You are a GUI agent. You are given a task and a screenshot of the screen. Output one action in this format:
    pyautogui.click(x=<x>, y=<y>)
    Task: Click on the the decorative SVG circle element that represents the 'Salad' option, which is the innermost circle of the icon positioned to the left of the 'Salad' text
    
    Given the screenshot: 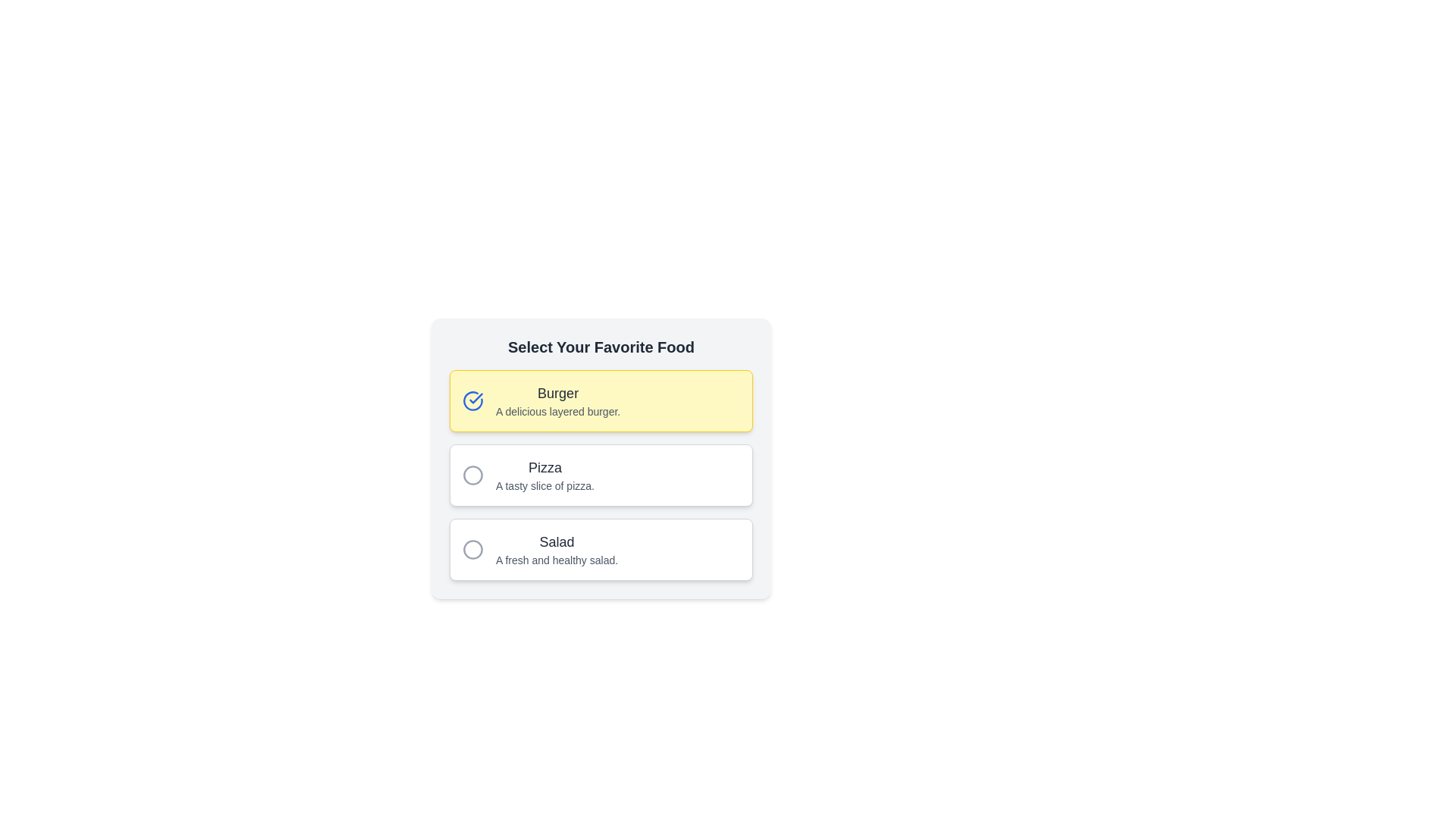 What is the action you would take?
    pyautogui.click(x=472, y=550)
    